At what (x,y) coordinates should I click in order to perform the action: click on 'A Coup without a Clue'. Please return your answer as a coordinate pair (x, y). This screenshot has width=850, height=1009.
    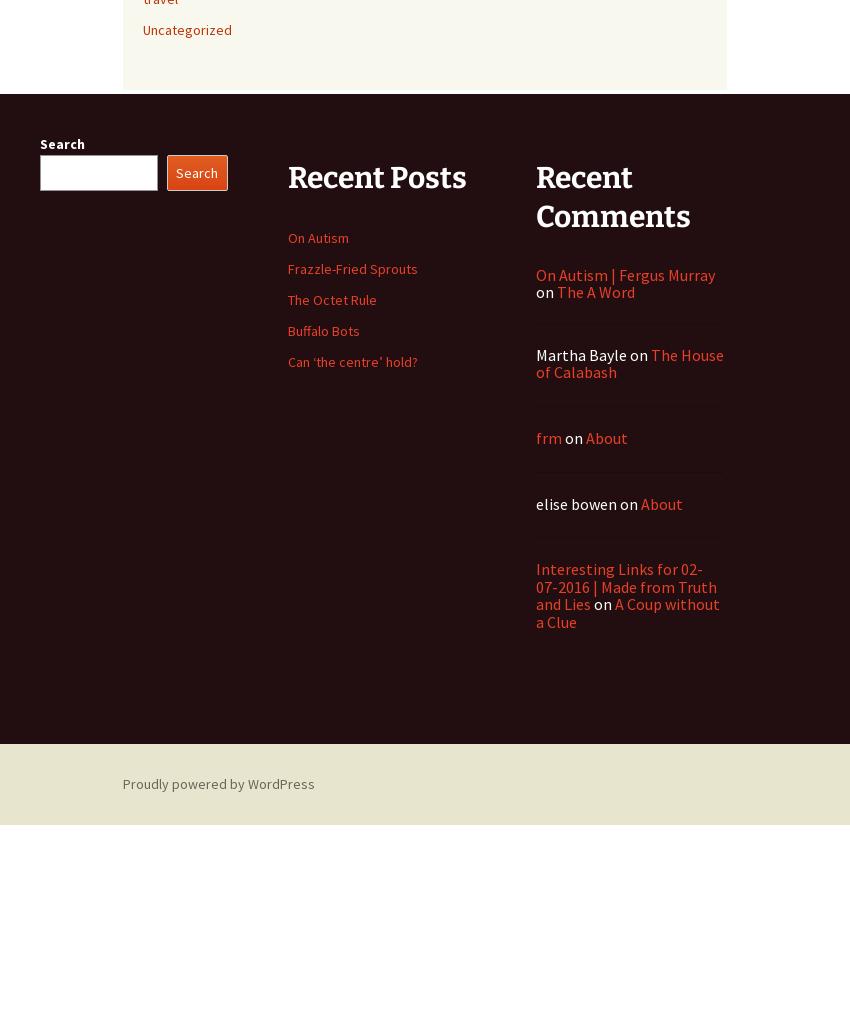
    Looking at the image, I should click on (535, 612).